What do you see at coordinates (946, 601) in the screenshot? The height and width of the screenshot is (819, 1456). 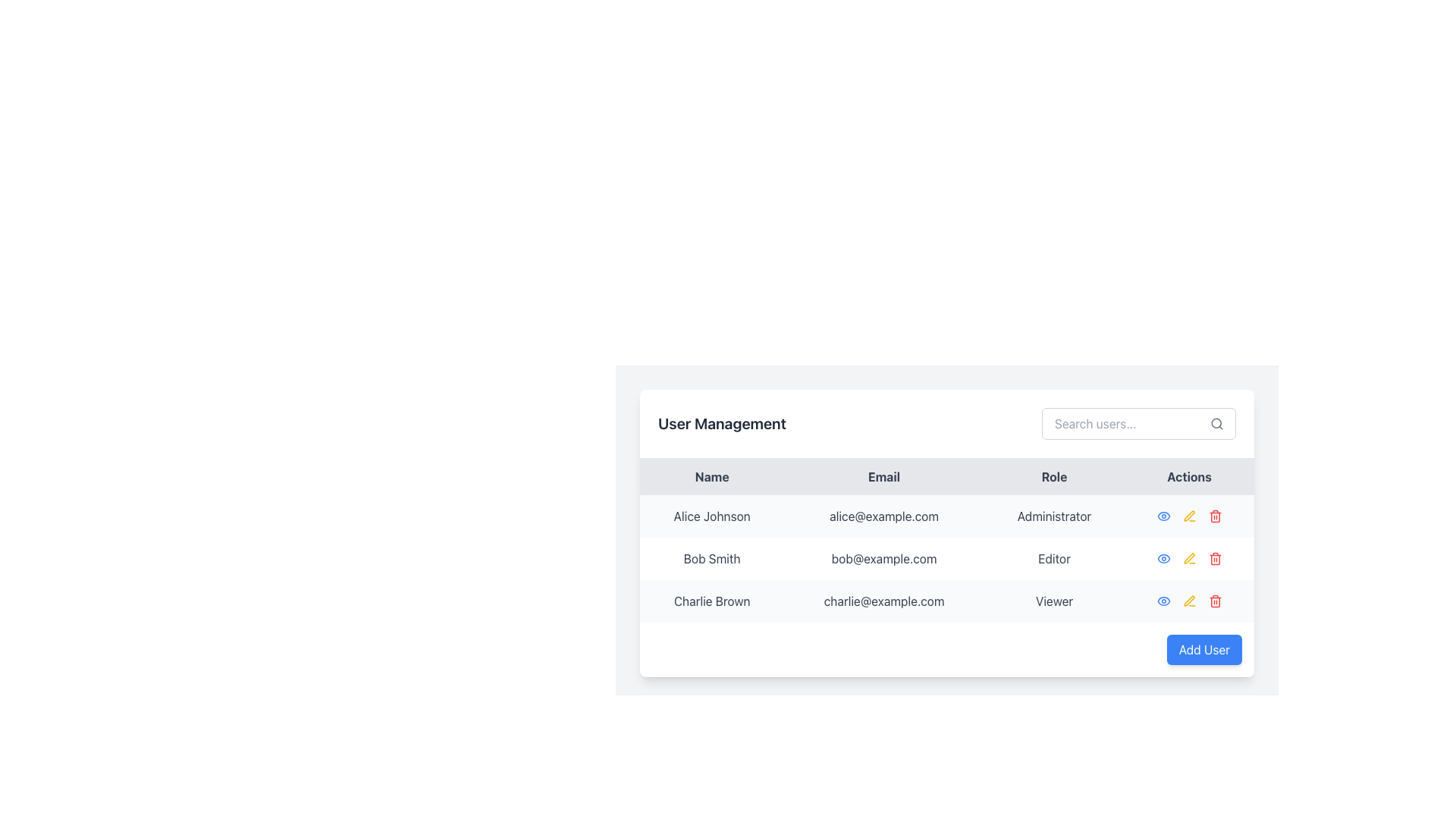 I see `name, email, and role information from the third row of the user management table, which represents the user 'Charlie Brown'` at bounding box center [946, 601].